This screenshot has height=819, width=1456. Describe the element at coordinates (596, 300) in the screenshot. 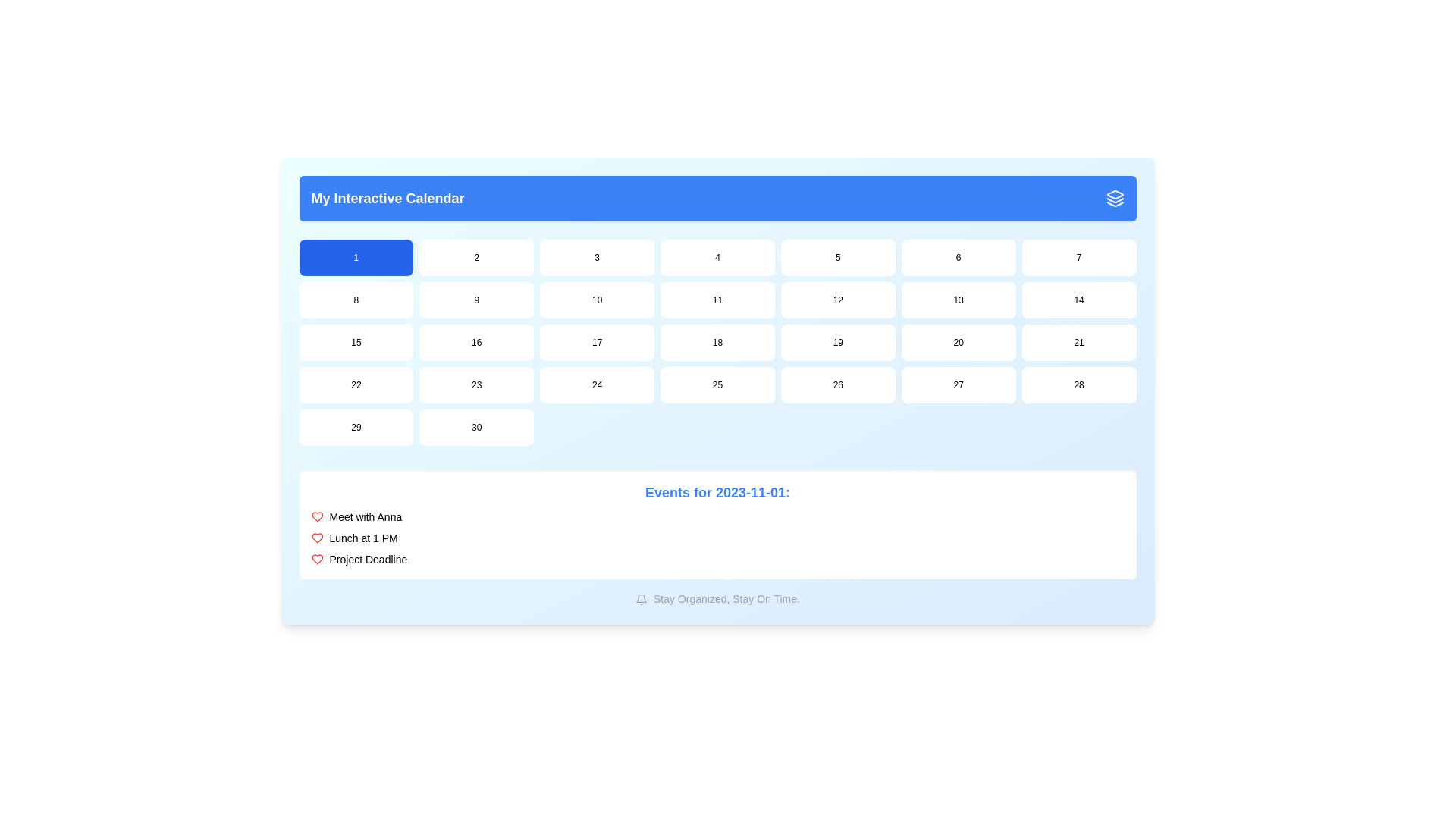

I see `the calendar button labeled '10'` at that location.